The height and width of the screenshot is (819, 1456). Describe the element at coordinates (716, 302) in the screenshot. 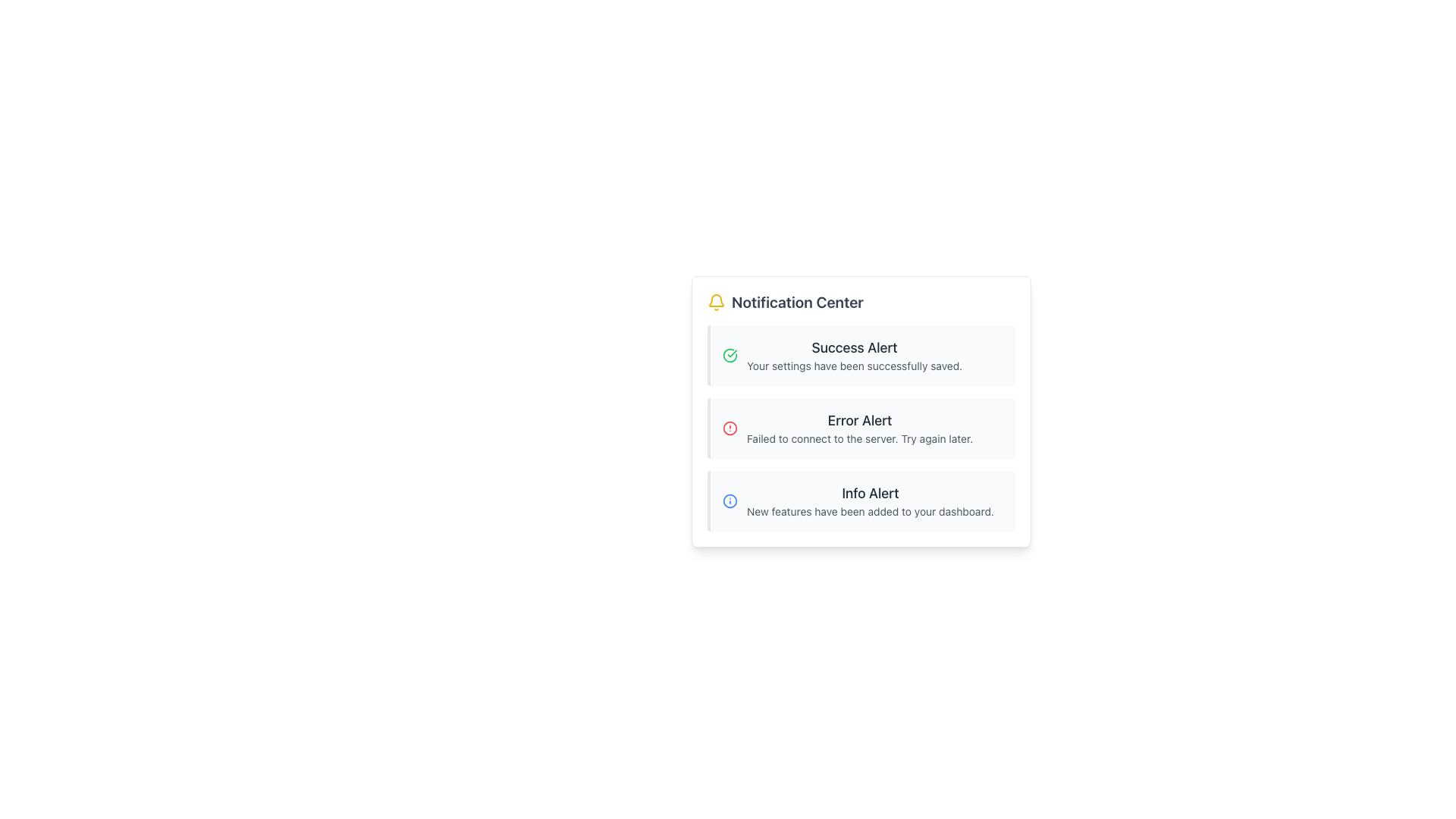

I see `the bright yellow bell icon located to the left of 'Notification Center' in the header section of the notification interface` at that location.